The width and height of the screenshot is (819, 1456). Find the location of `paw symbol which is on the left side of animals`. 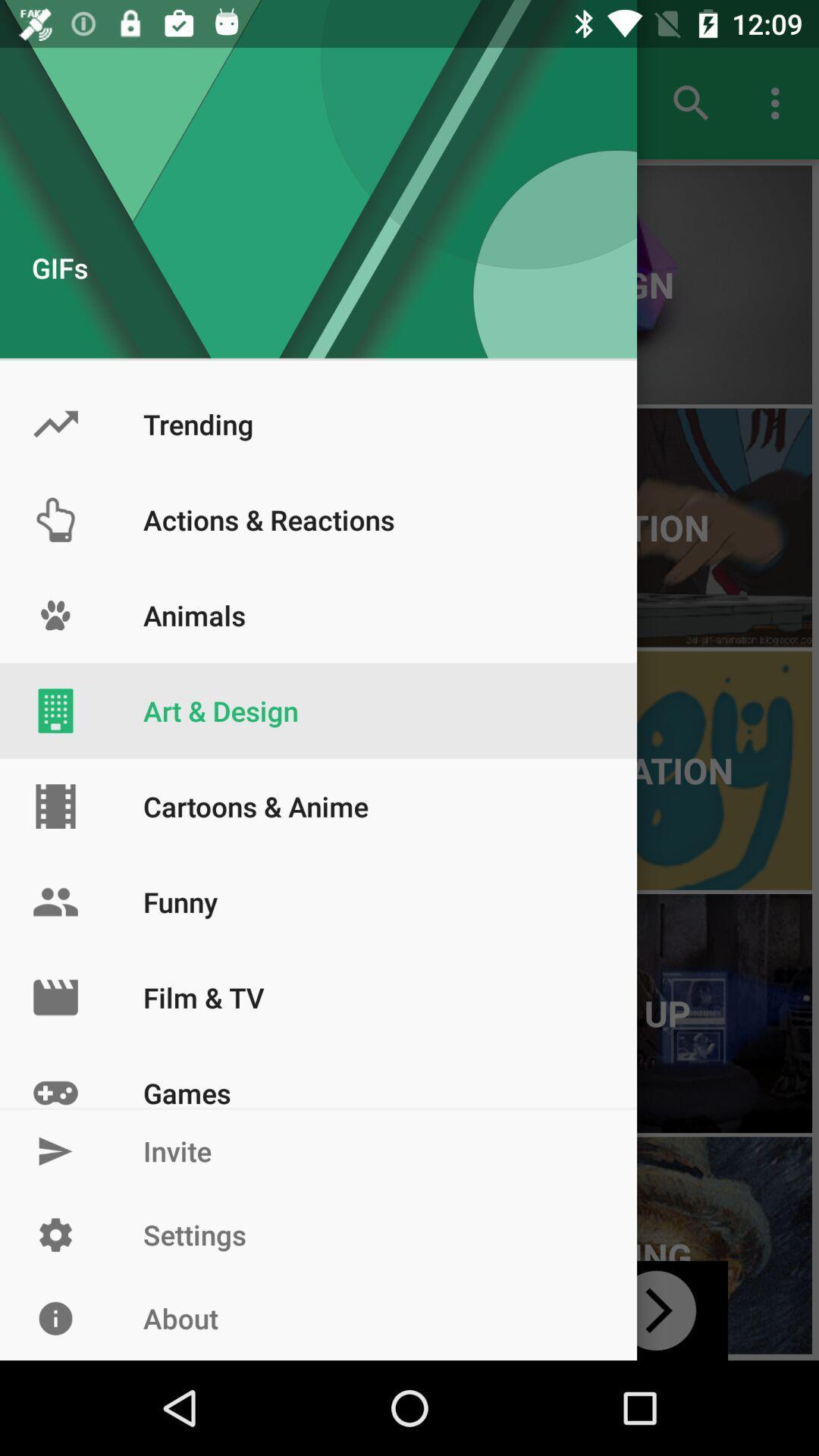

paw symbol which is on the left side of animals is located at coordinates (55, 615).